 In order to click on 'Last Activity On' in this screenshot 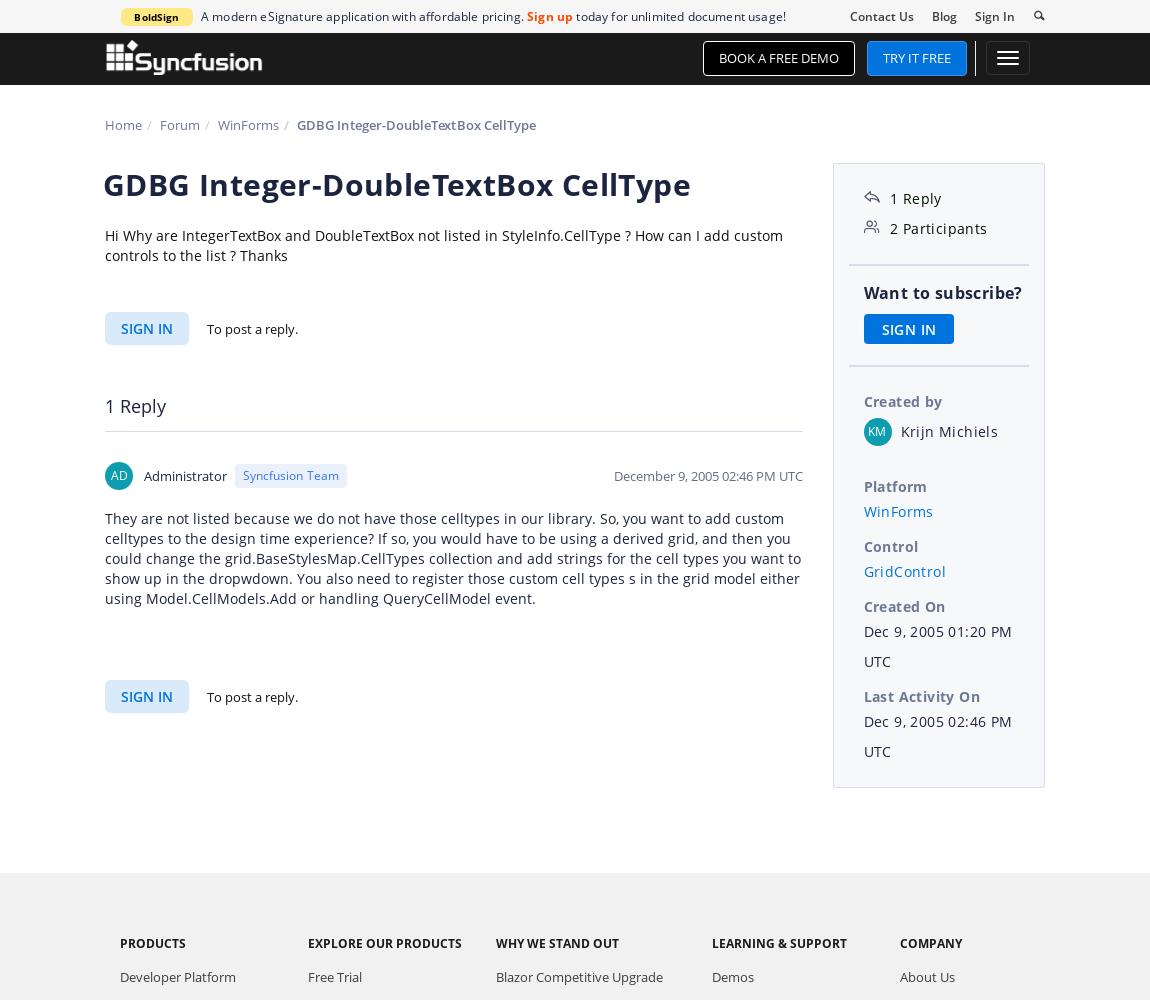, I will do `click(921, 694)`.